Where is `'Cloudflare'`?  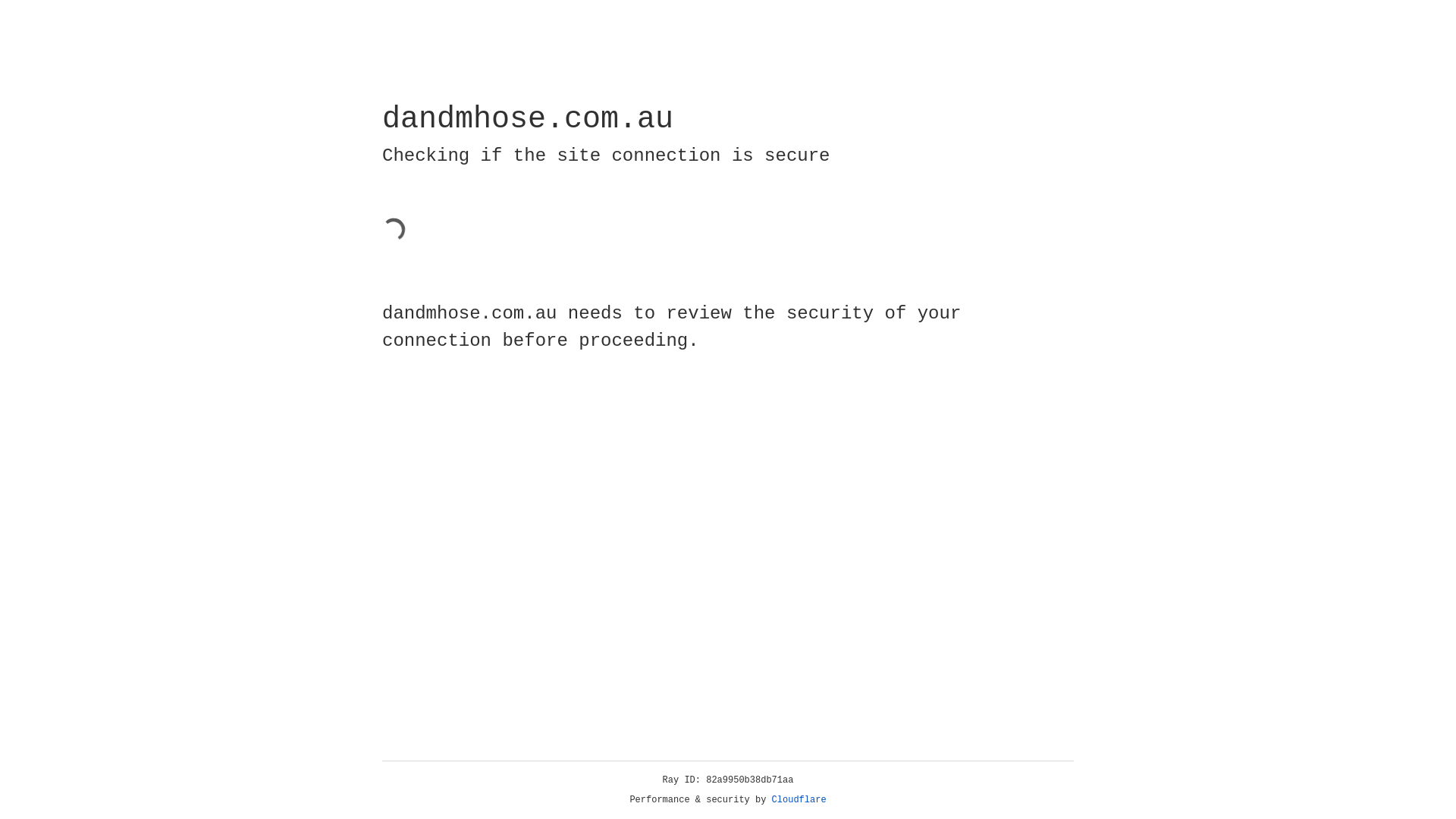
'Cloudflare' is located at coordinates (799, 799).